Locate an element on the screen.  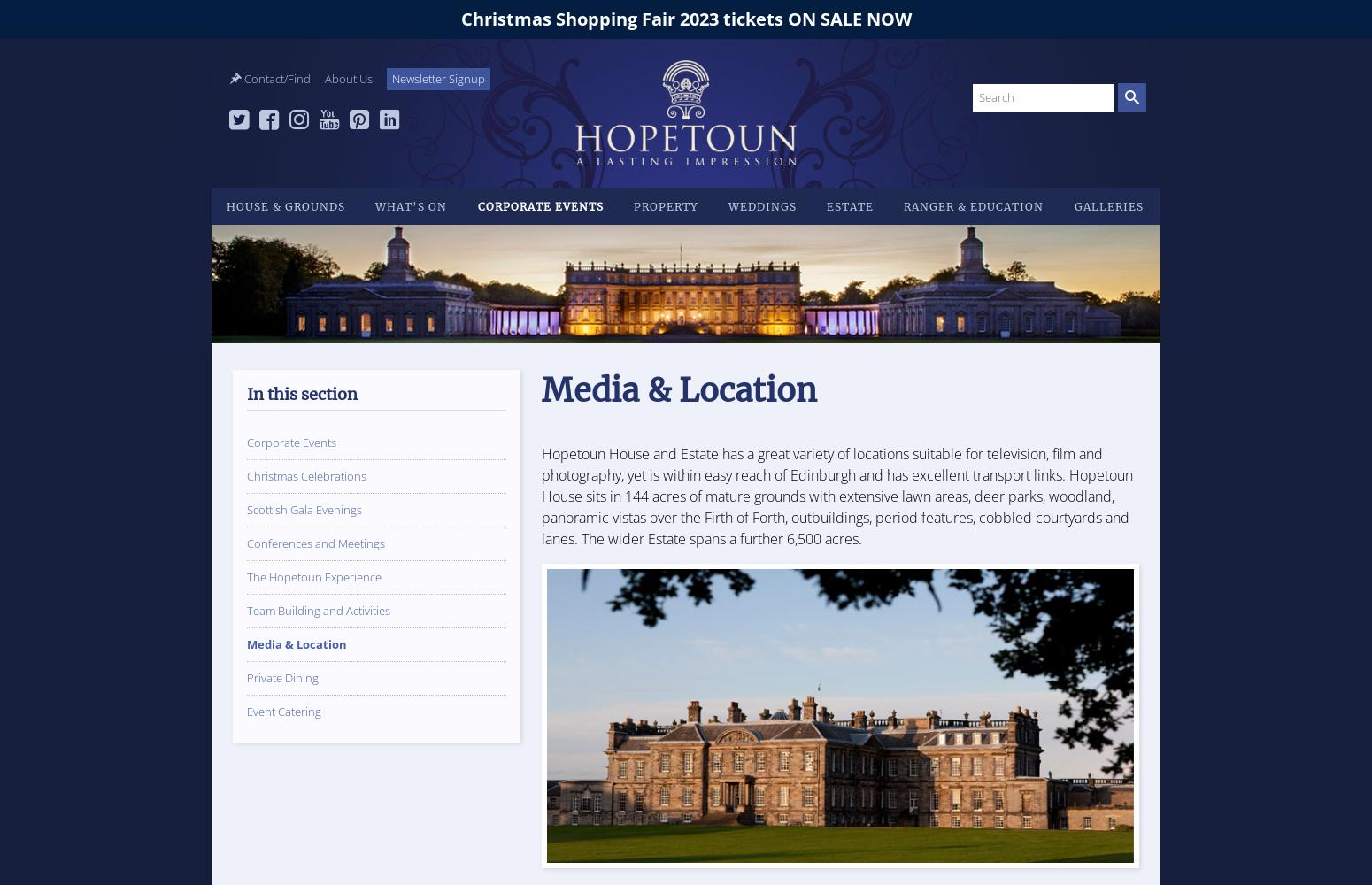
'The Hopetoun Experience' is located at coordinates (312, 577).